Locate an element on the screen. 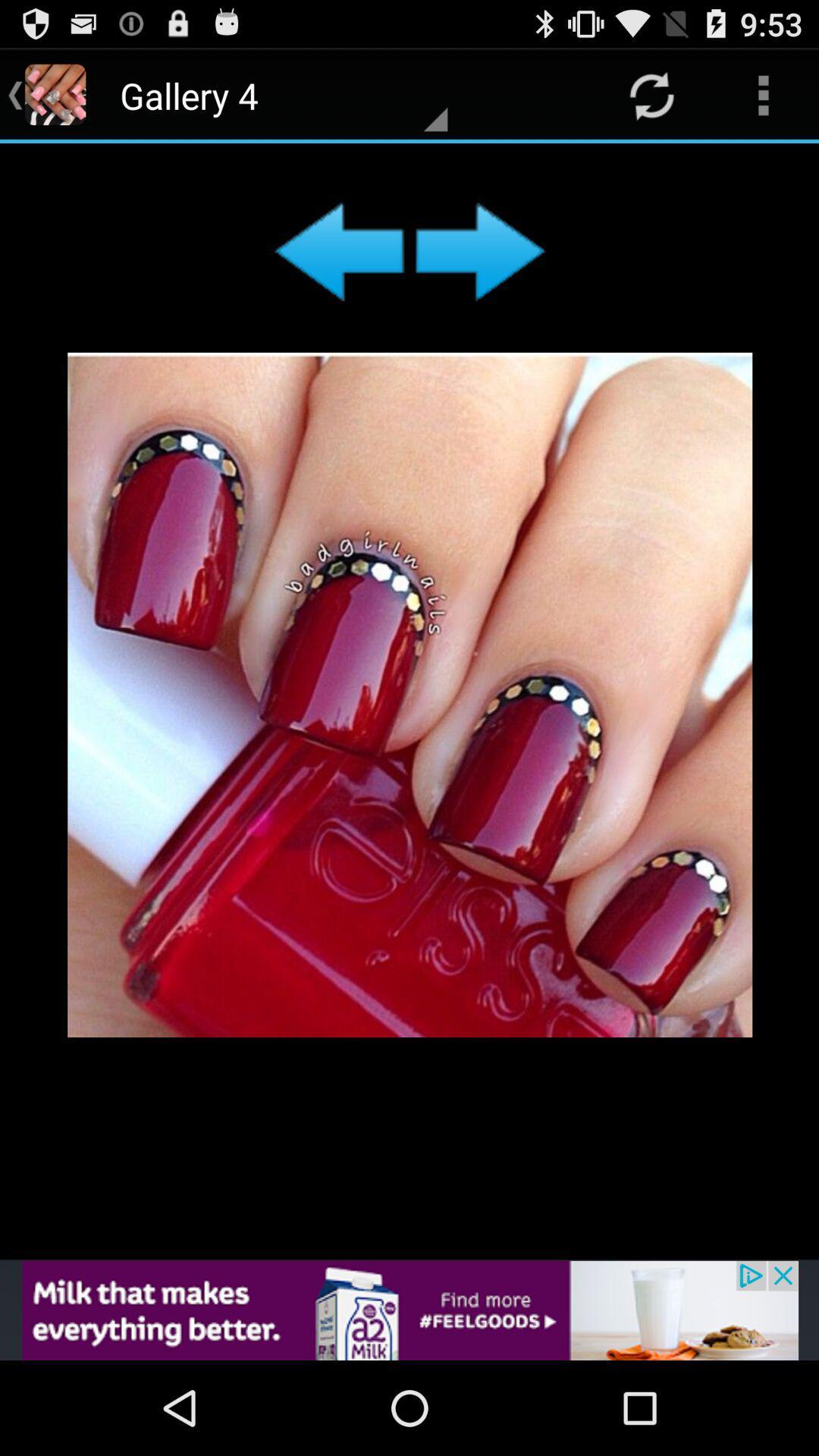 The image size is (819, 1456). image gallery is located at coordinates (409, 701).